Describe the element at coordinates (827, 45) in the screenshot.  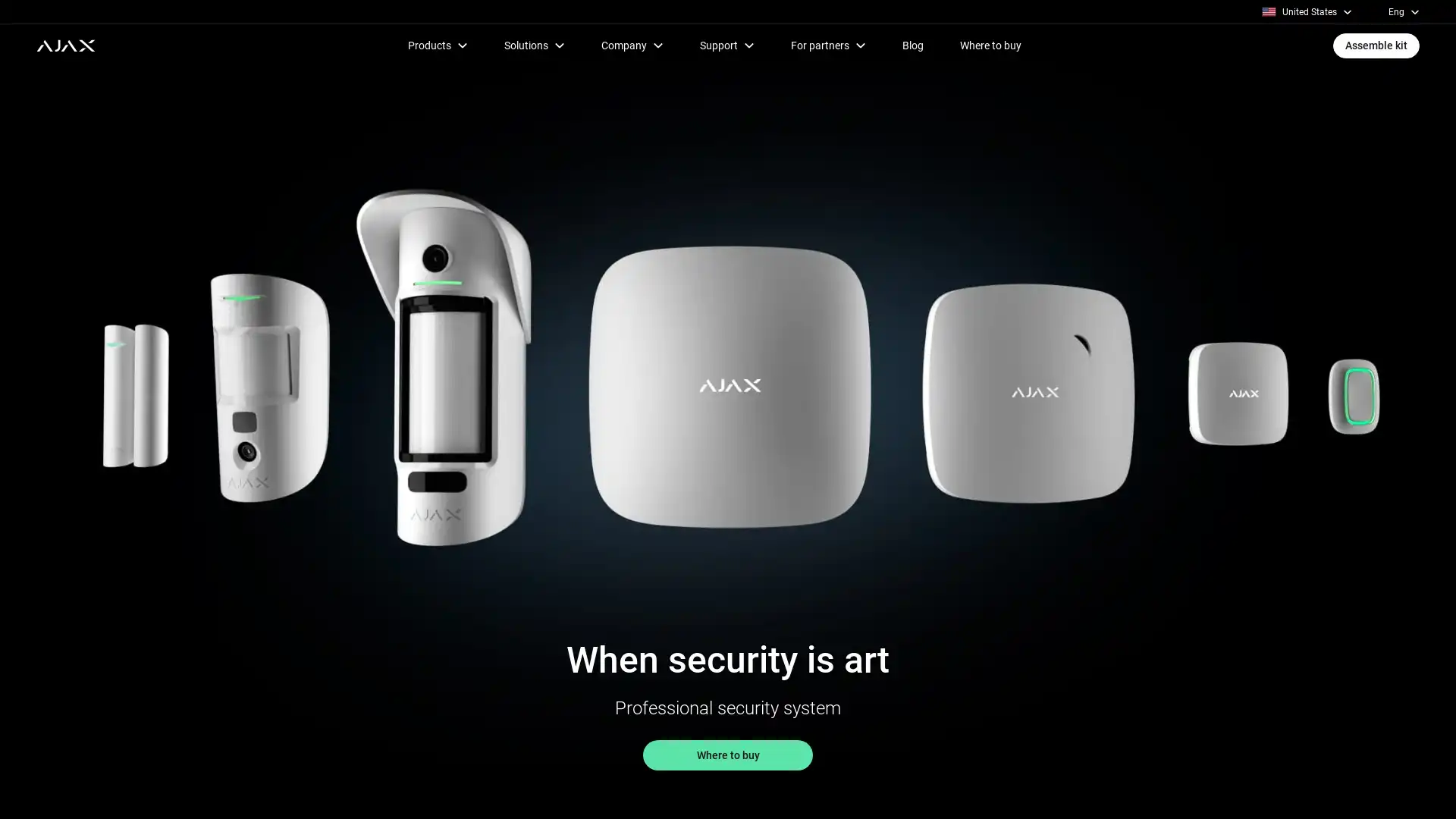
I see `For partners` at that location.